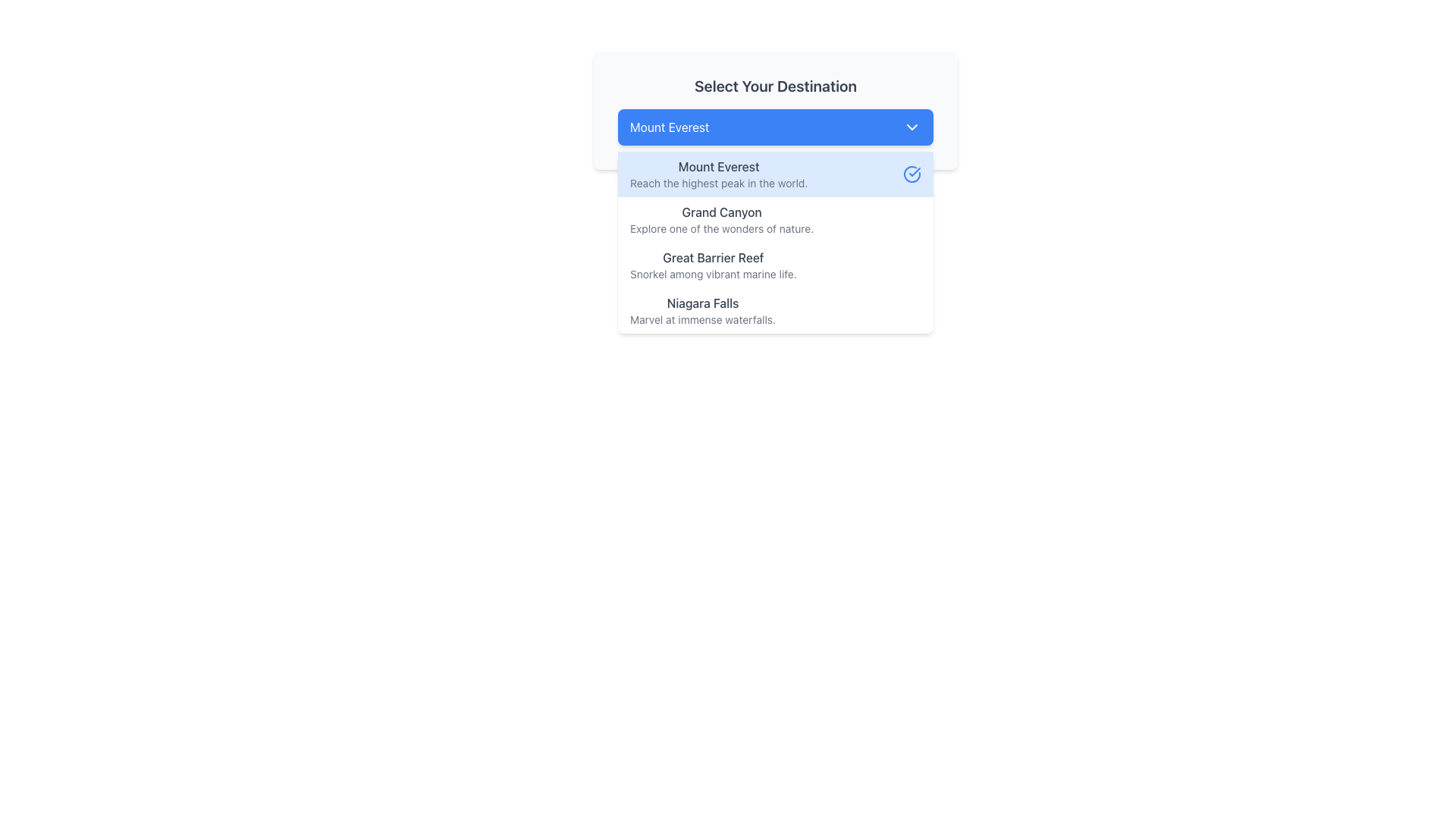  I want to click on text label 'Grand Canyon' located in the dropdown list interface beneath 'Mount Everest', so click(721, 212).